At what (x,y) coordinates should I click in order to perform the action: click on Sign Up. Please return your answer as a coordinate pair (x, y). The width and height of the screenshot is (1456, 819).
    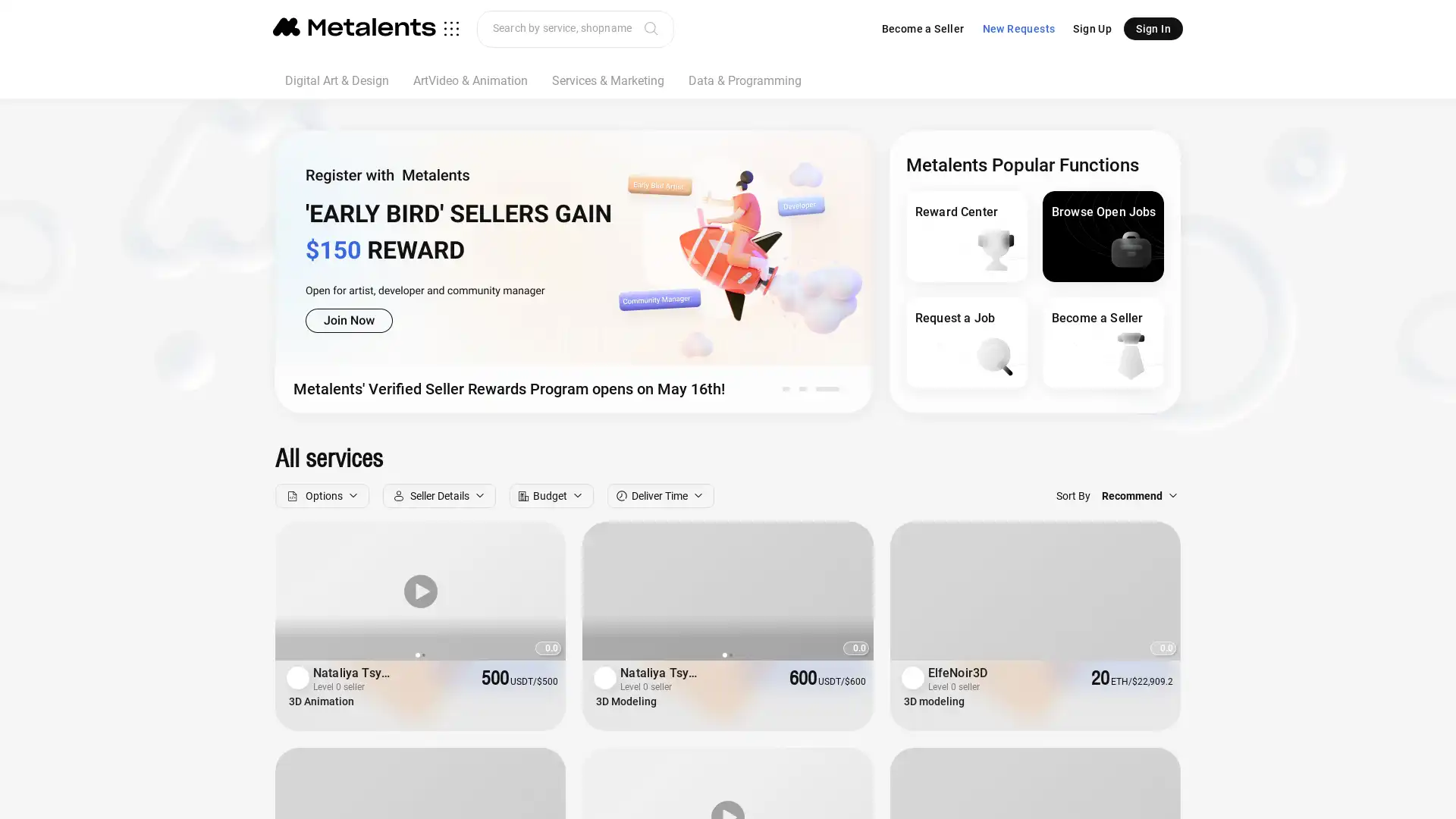
    Looking at the image, I should click on (1092, 29).